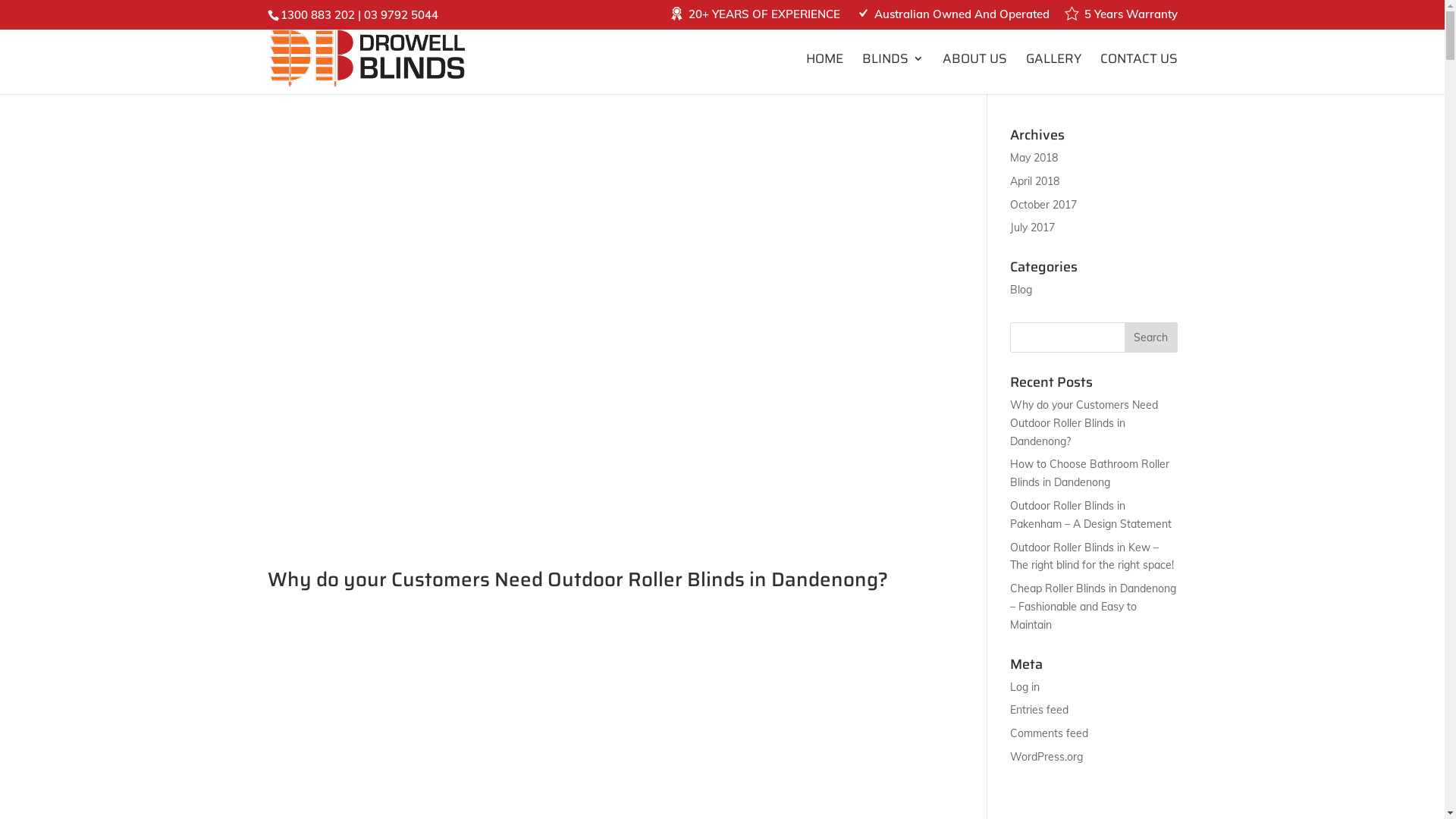 The height and width of the screenshot is (819, 1456). Describe the element at coordinates (1048, 733) in the screenshot. I see `'Comments feed'` at that location.